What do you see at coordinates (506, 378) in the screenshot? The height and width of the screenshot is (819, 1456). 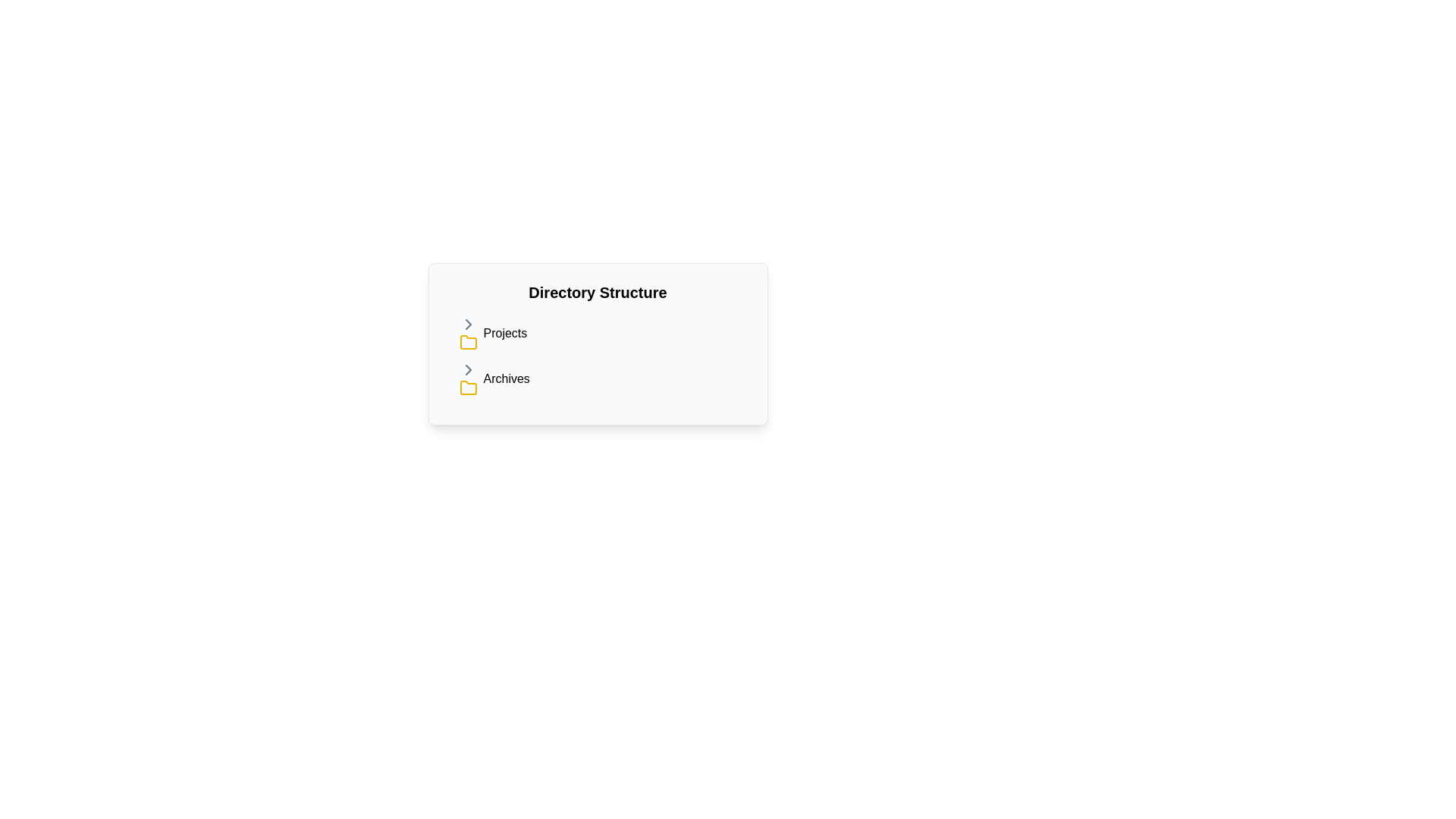 I see `the text label for the 'Archives' directory` at bounding box center [506, 378].